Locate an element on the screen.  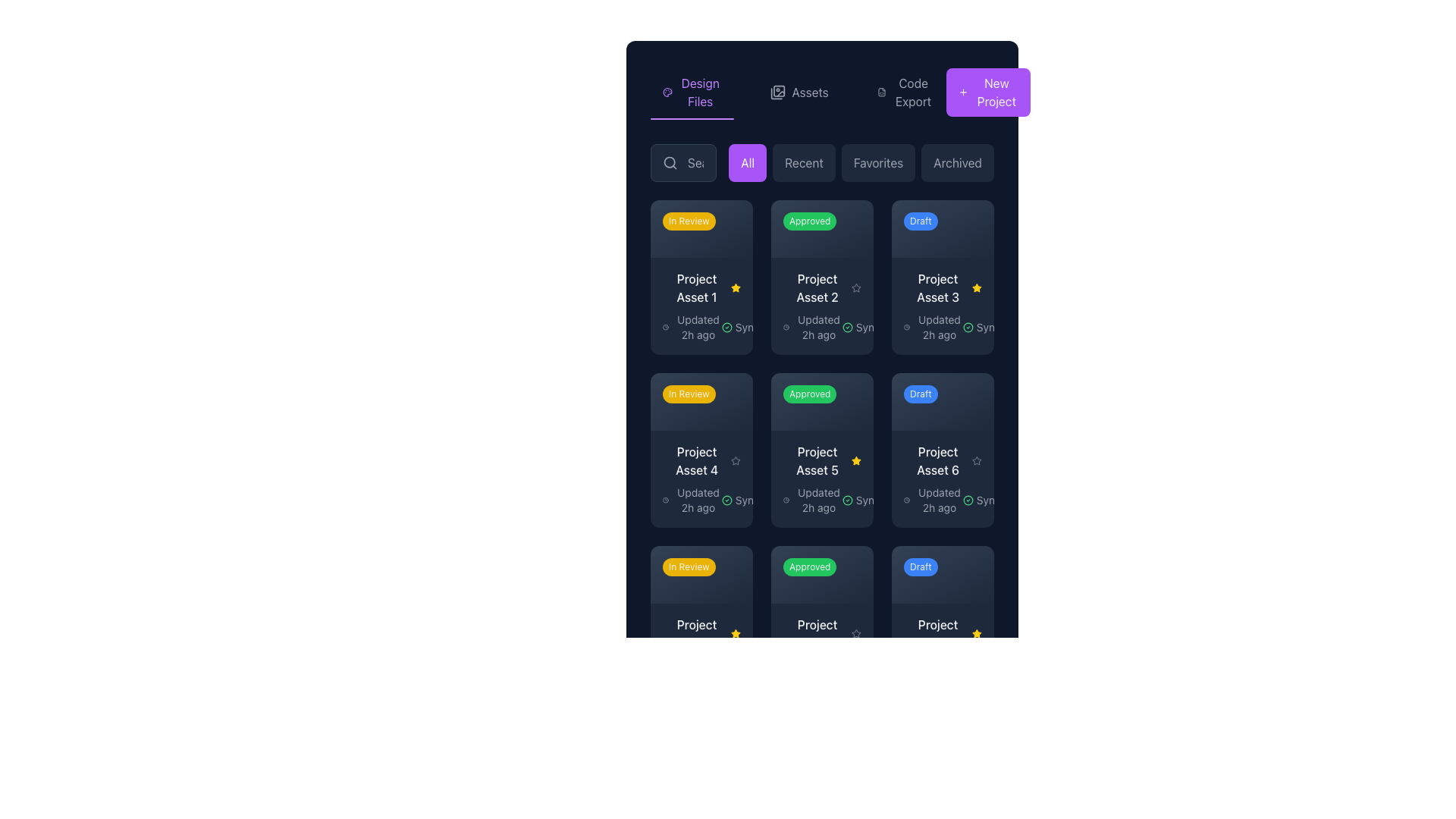
the circular clock icon located to the left of the text 'Updated 2h ago' is located at coordinates (786, 500).